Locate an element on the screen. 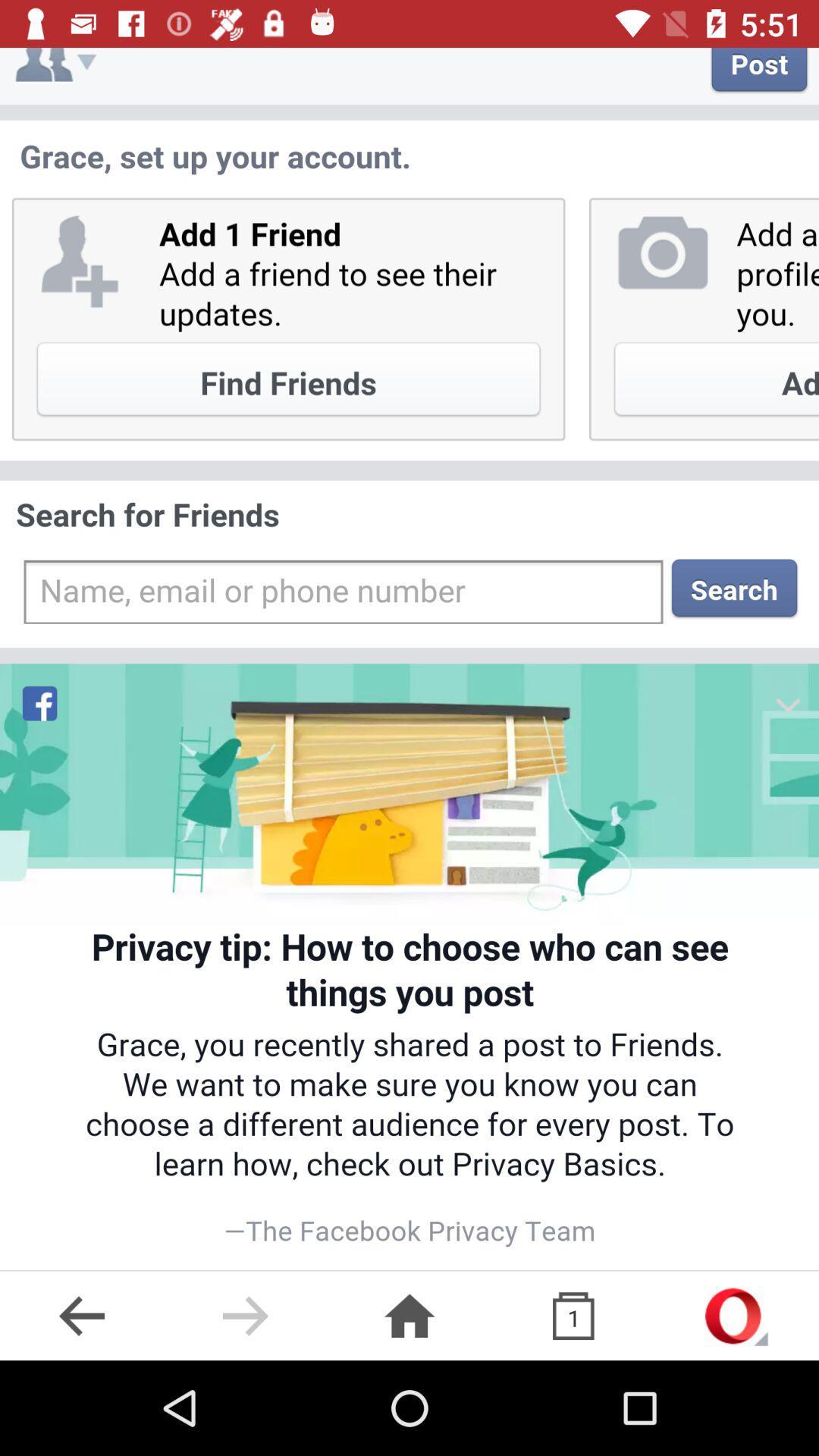 This screenshot has height=1456, width=819. the arrow_forward icon is located at coordinates (245, 1315).